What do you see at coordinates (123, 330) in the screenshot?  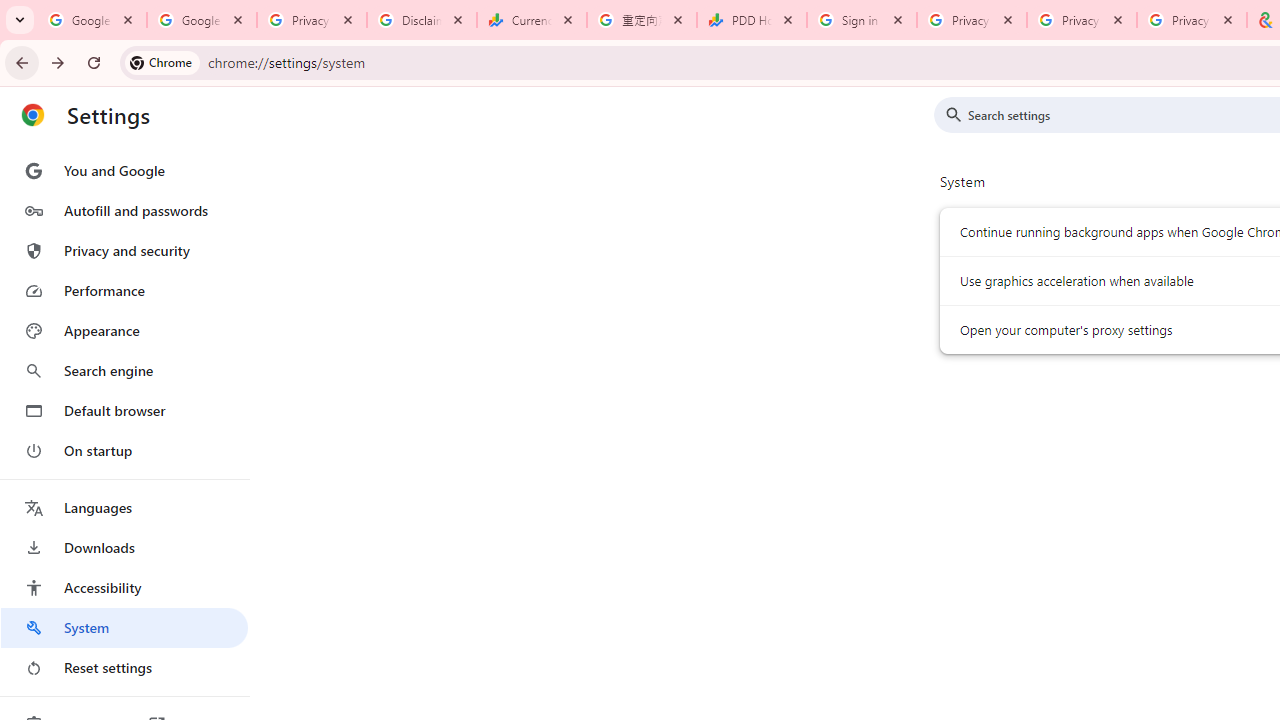 I see `'Appearance'` at bounding box center [123, 330].